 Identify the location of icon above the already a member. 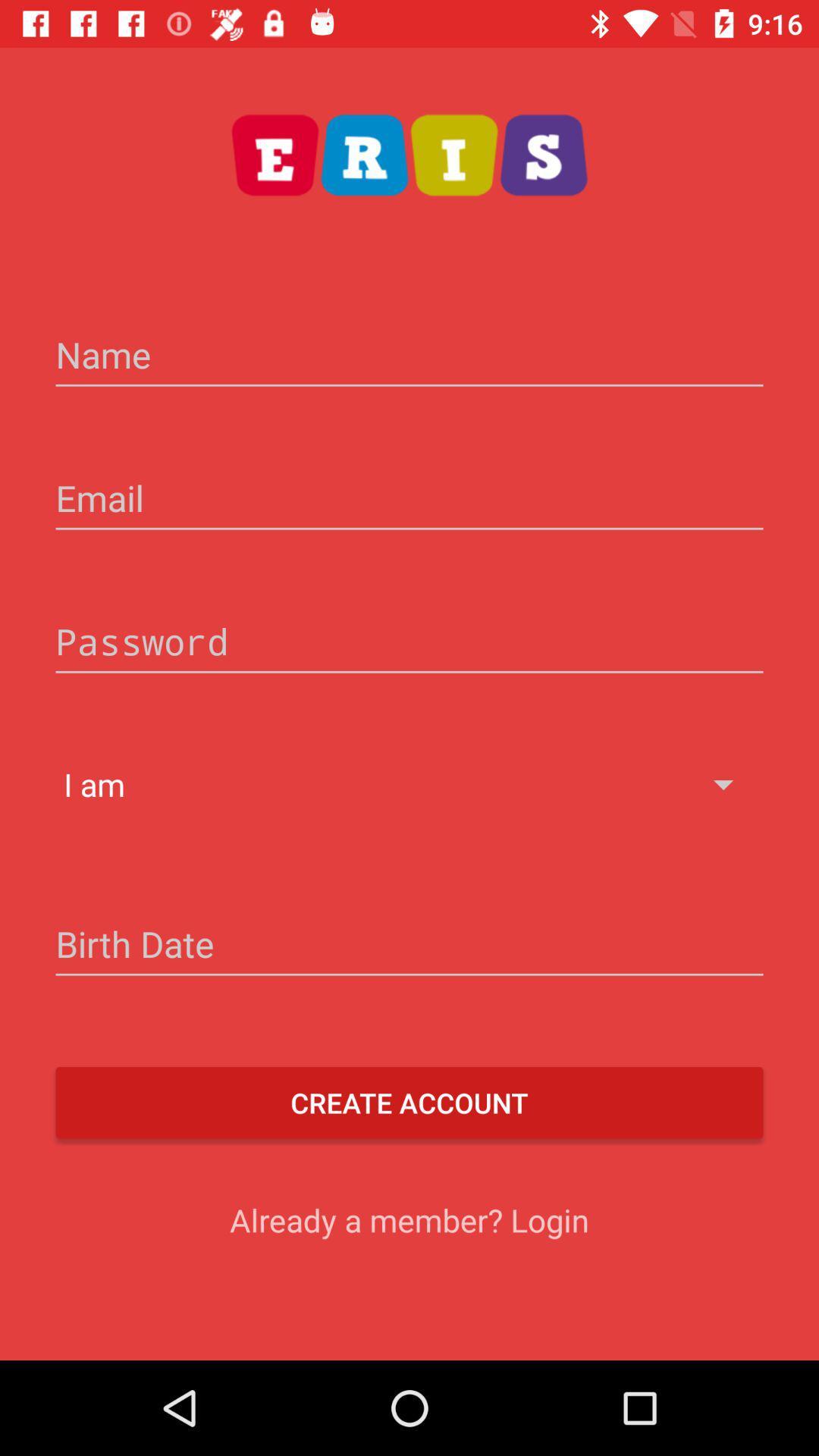
(409, 1103).